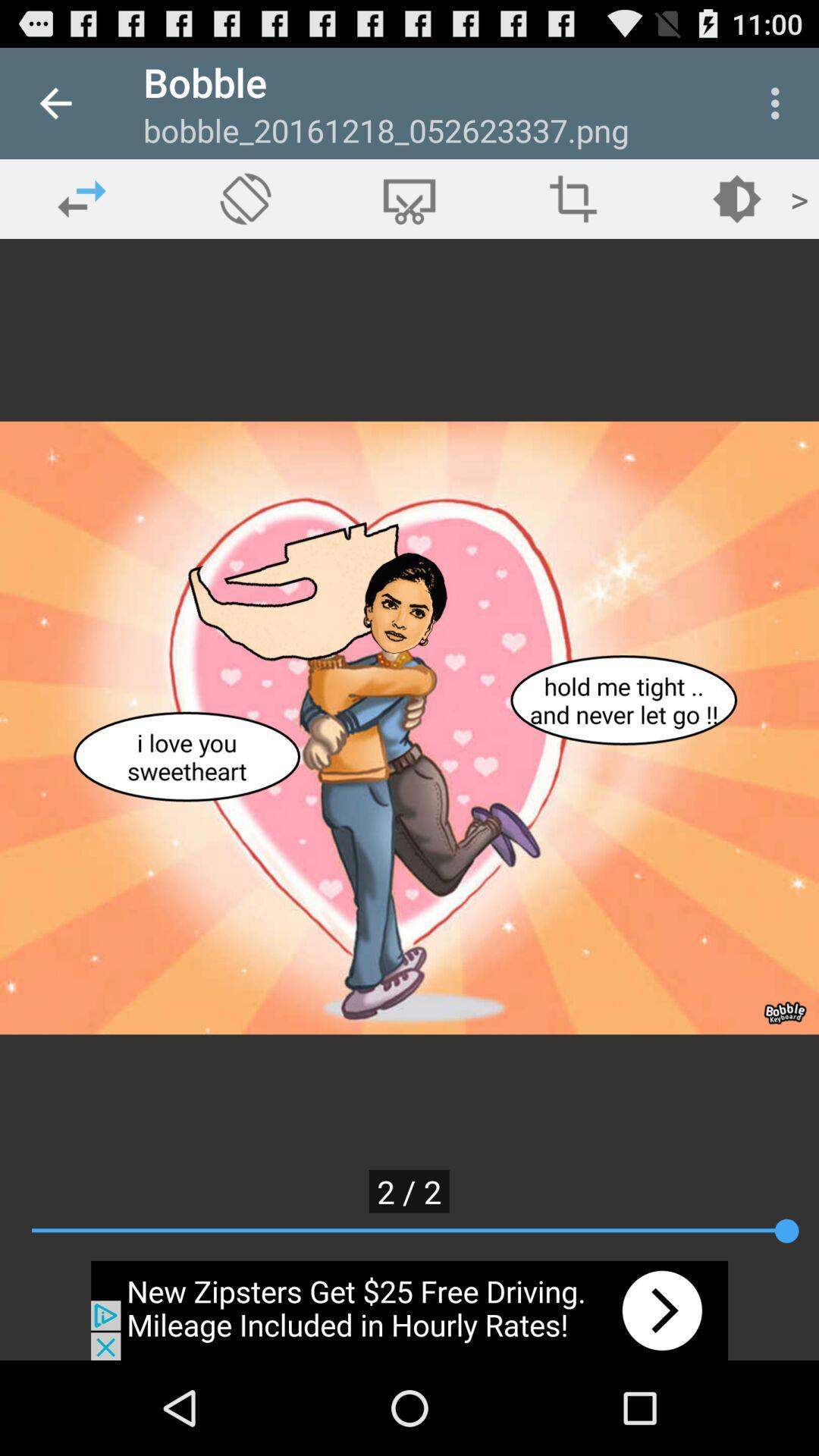 The width and height of the screenshot is (819, 1456). I want to click on the explore icon, so click(245, 198).